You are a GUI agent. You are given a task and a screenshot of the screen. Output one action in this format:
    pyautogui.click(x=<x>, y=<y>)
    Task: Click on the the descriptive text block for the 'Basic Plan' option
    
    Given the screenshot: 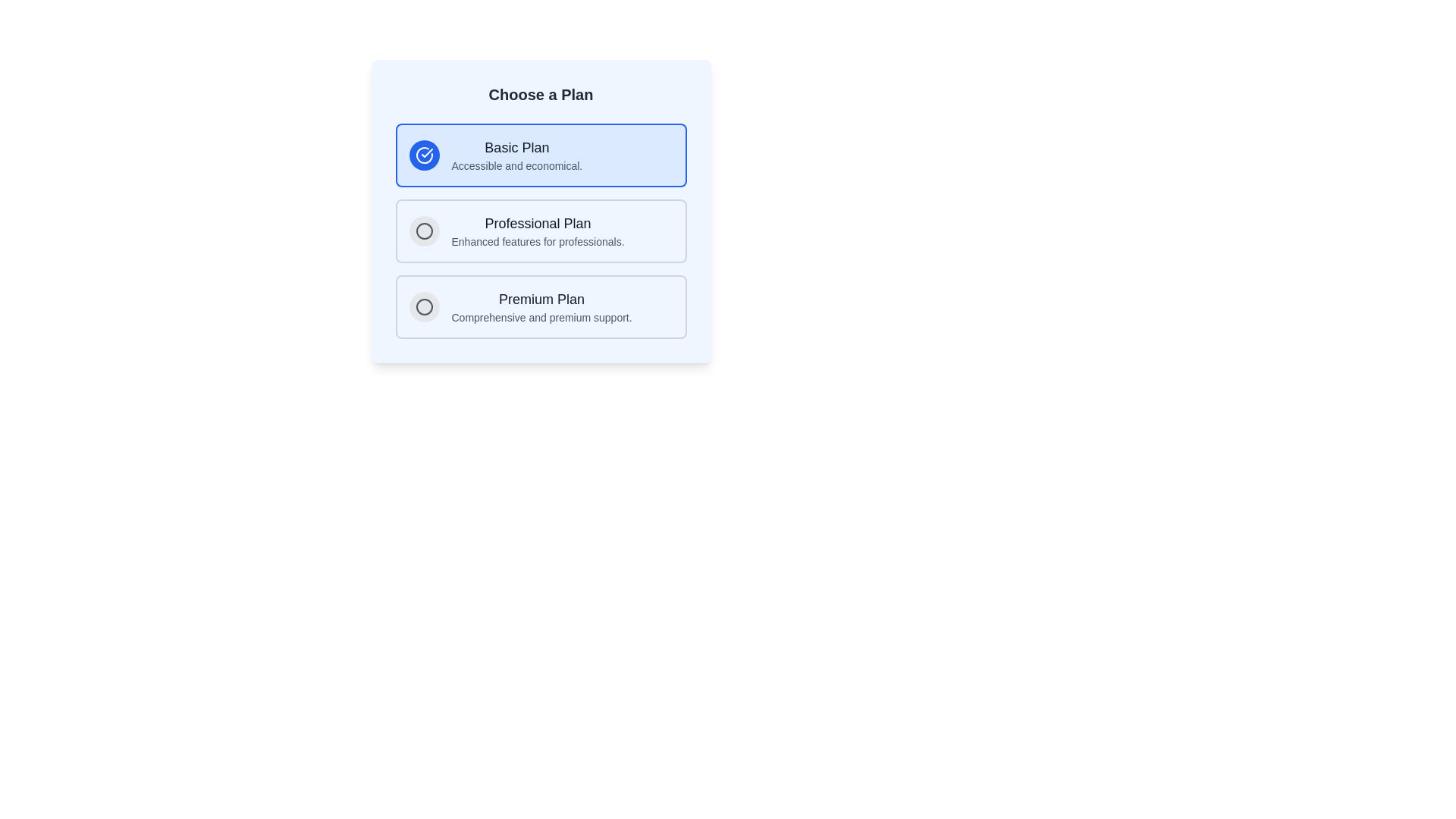 What is the action you would take?
    pyautogui.click(x=516, y=155)
    